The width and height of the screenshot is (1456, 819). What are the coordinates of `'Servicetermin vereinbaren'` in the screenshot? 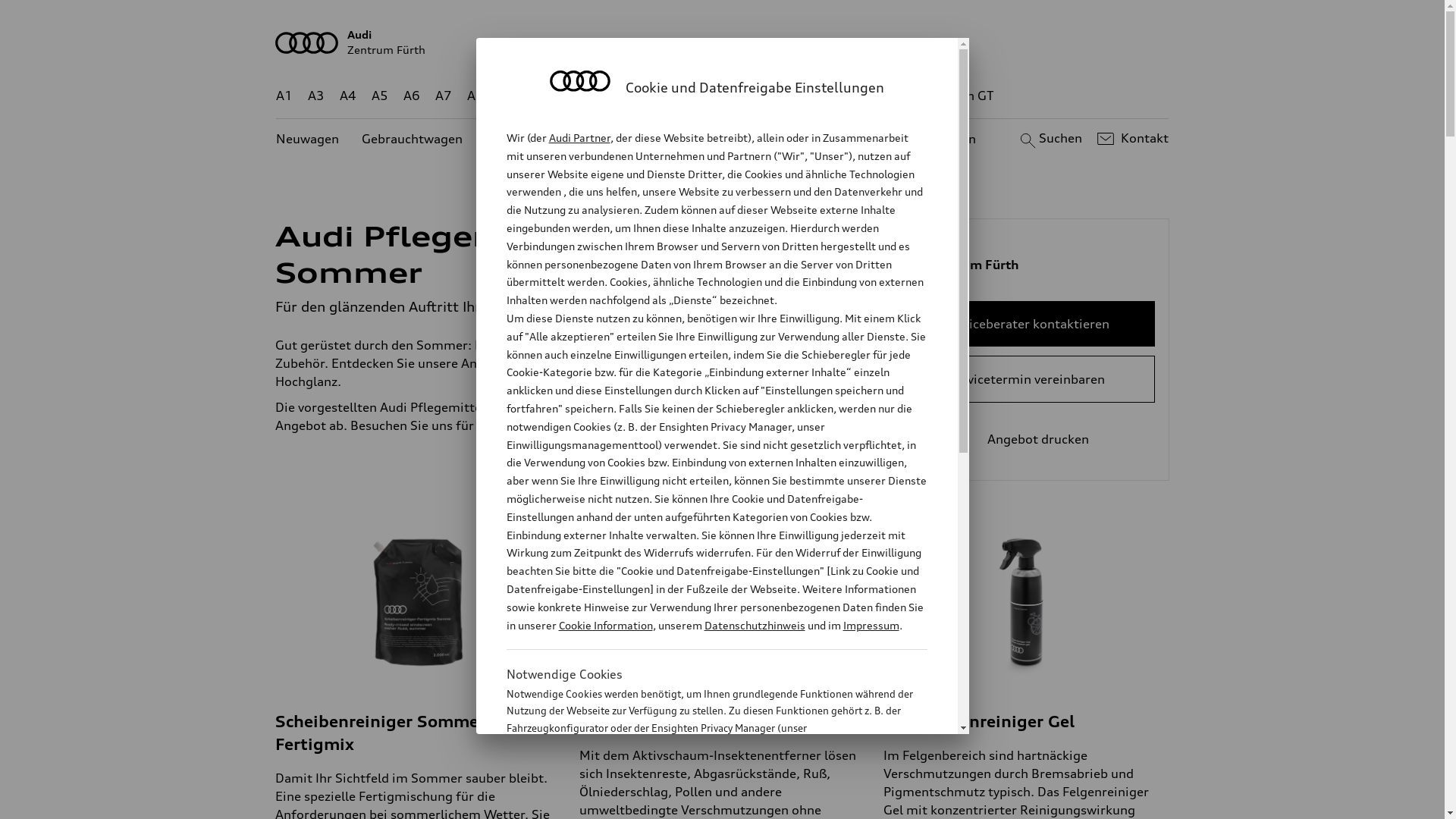 It's located at (1026, 378).